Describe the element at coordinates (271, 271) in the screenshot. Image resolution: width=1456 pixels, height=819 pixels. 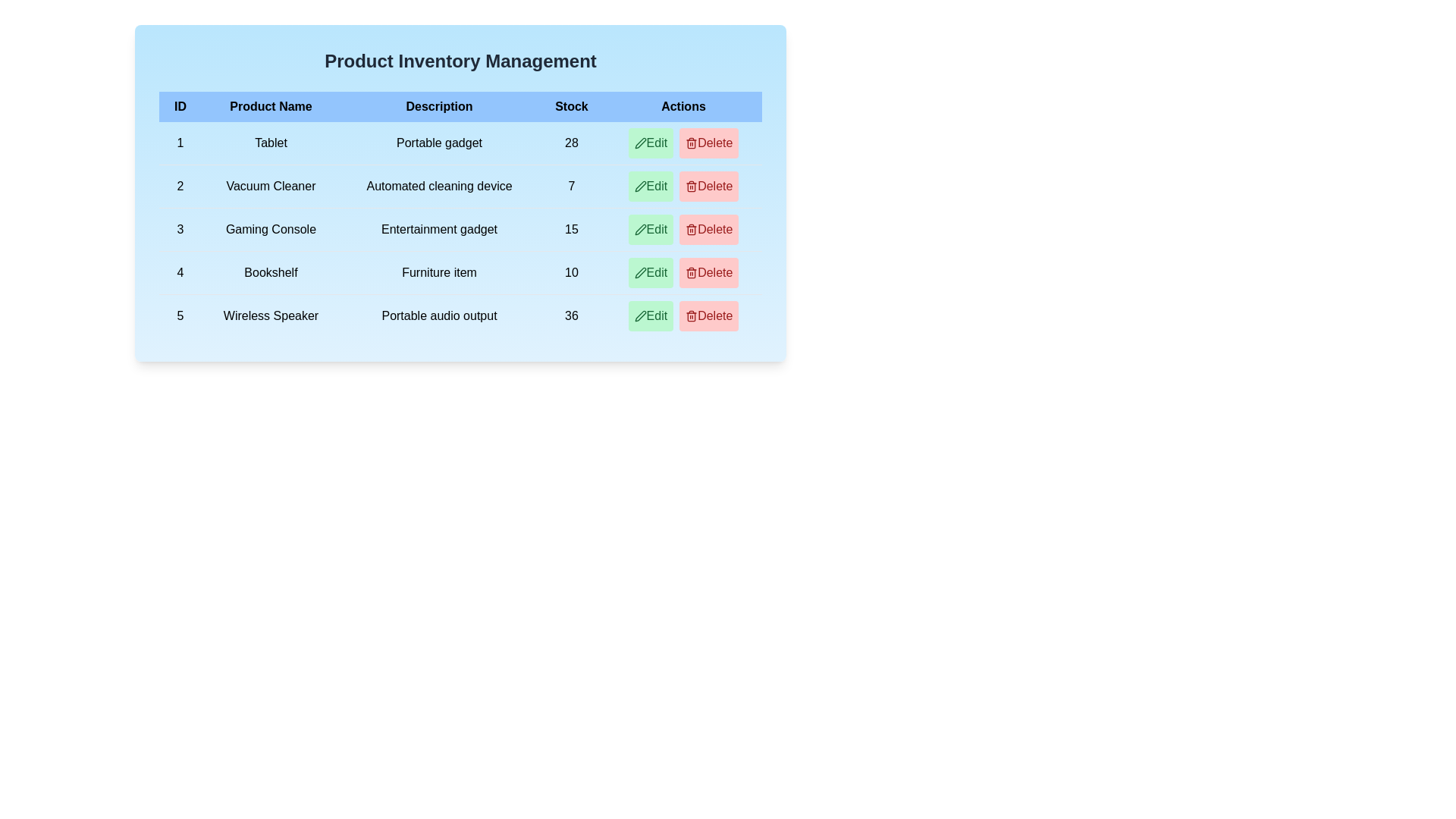
I see `the Text Label element displaying 'Bookshelf', which is located in the second column of the fourth row of a product table` at that location.